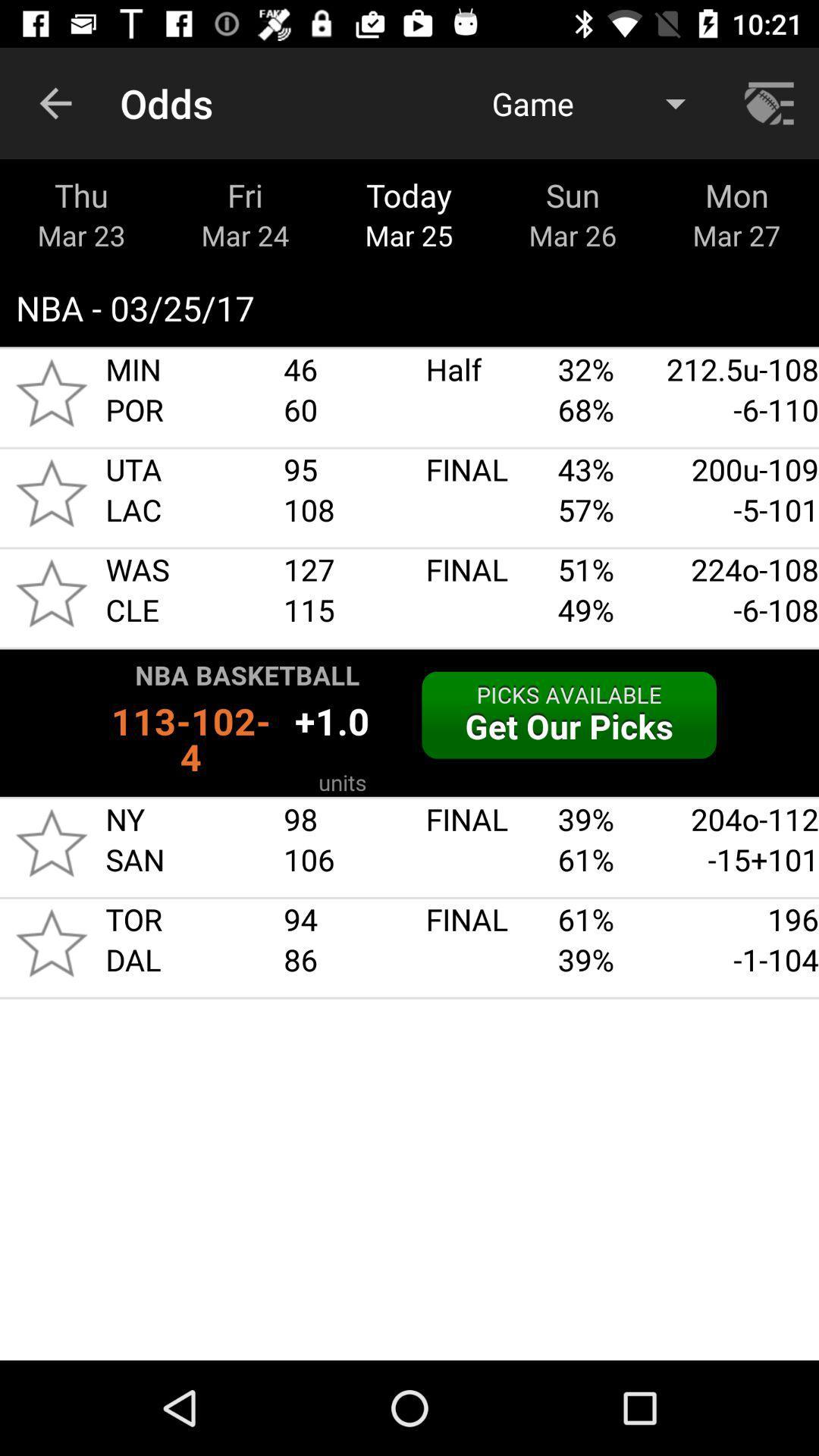 Image resolution: width=819 pixels, height=1456 pixels. What do you see at coordinates (51, 942) in the screenshot?
I see `bookmark game` at bounding box center [51, 942].